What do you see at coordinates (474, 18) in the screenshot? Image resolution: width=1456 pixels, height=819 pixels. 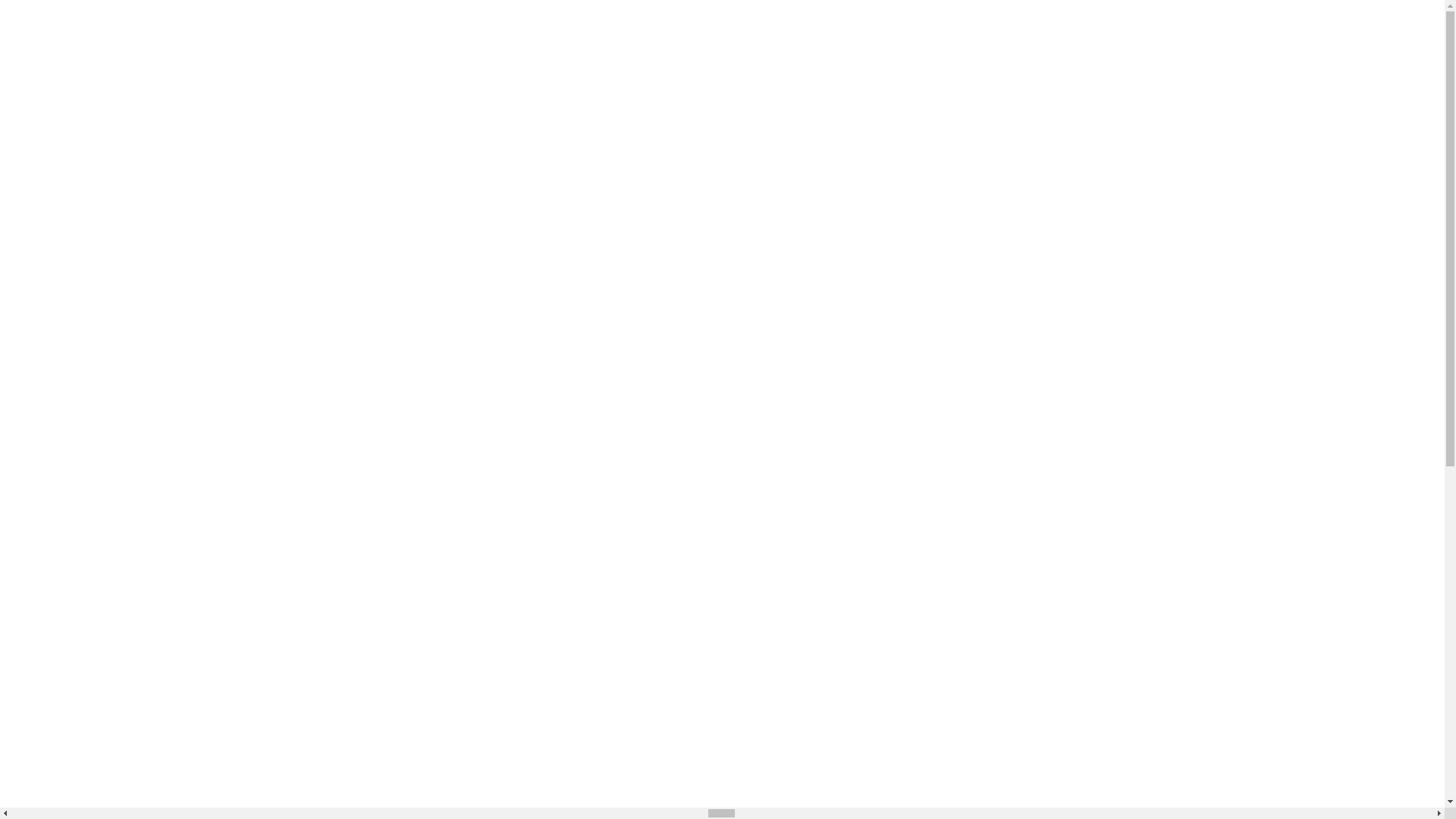 I see `'  English'` at bounding box center [474, 18].